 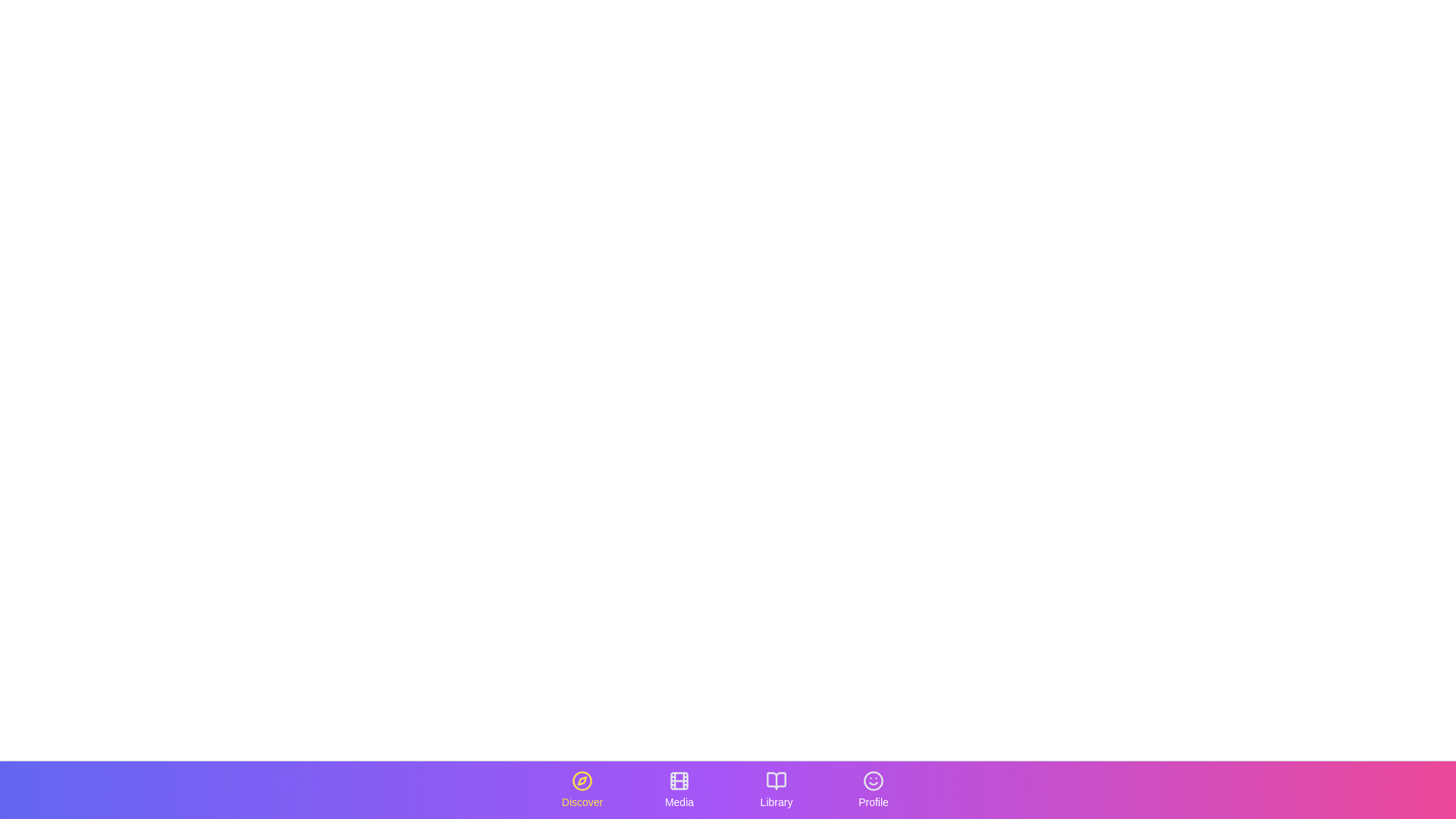 What do you see at coordinates (776, 789) in the screenshot?
I see `the tab labeled Library` at bounding box center [776, 789].